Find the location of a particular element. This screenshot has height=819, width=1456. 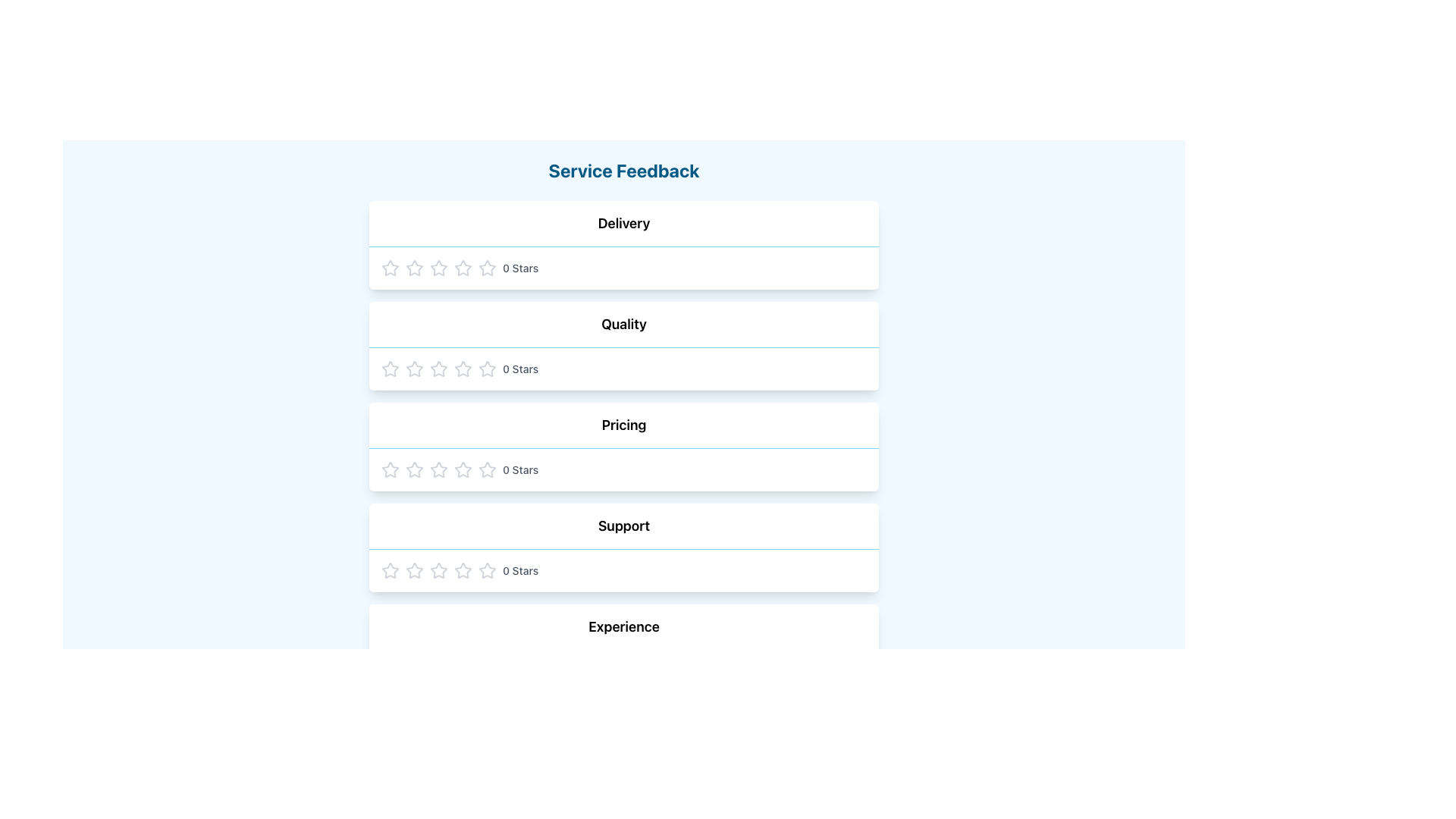

the first rating star icon in the 'Quality' category is located at coordinates (438, 369).